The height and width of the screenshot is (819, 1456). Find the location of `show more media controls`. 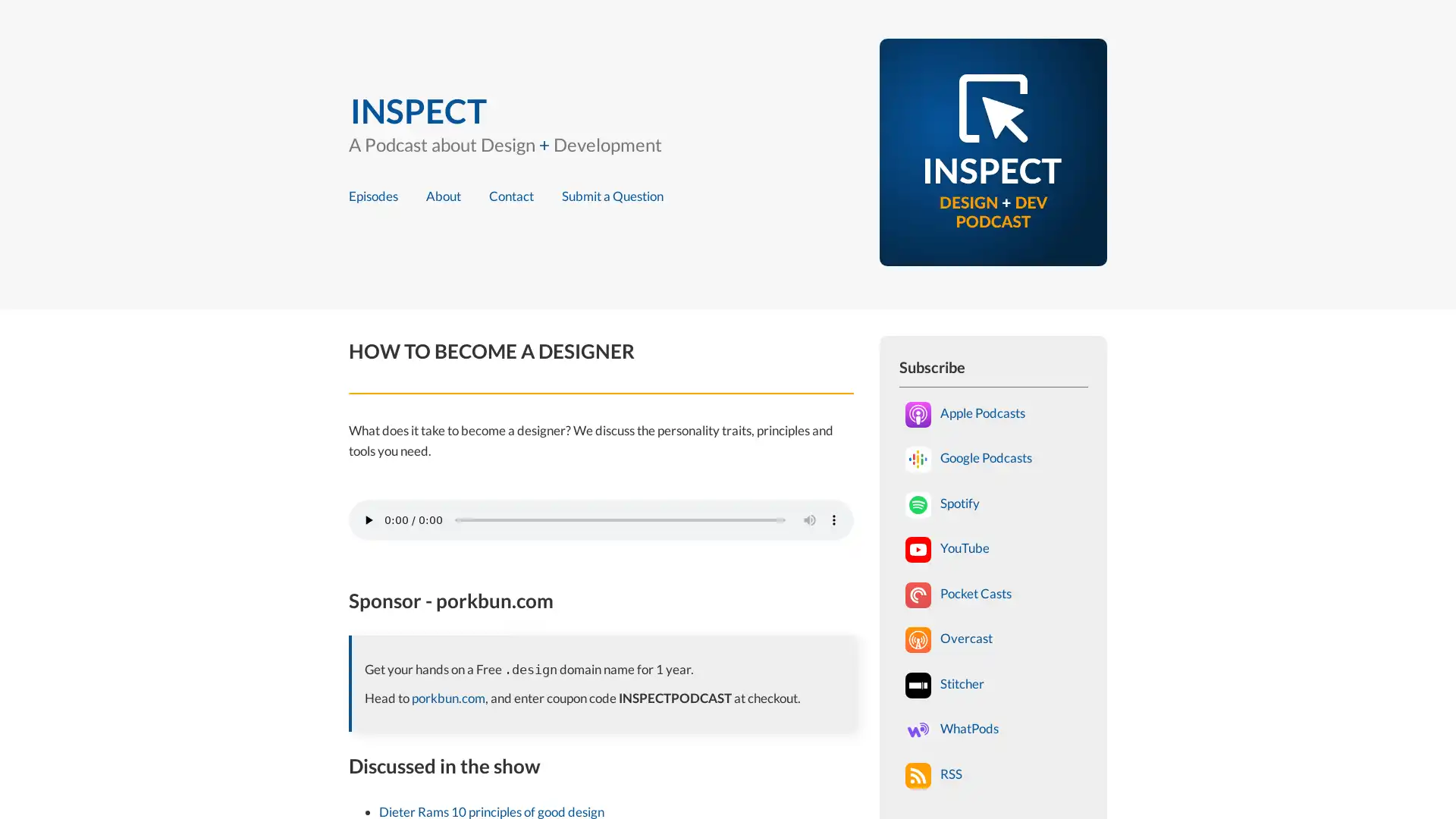

show more media controls is located at coordinates (833, 519).